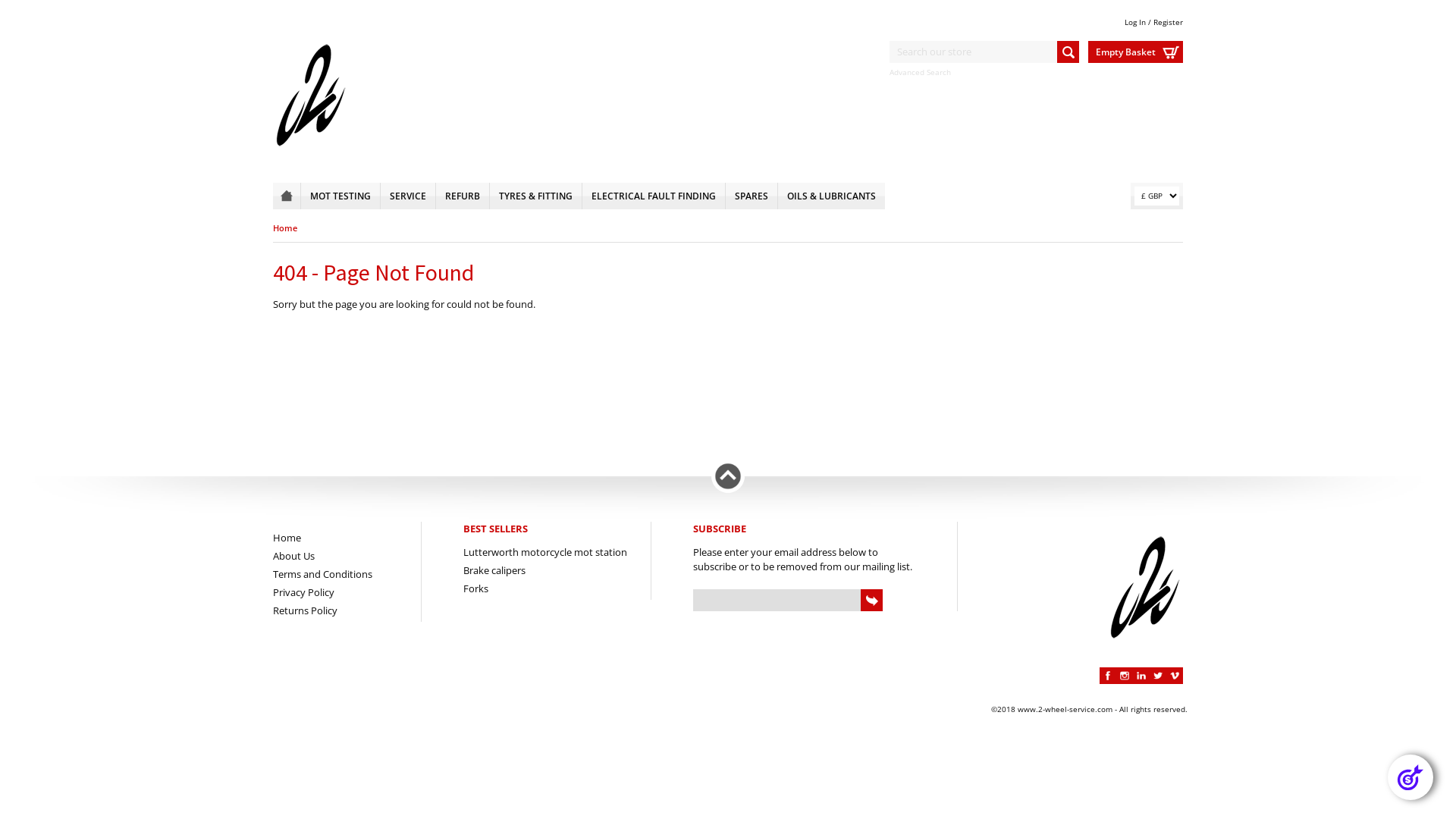 Image resolution: width=1456 pixels, height=819 pixels. I want to click on 'About Us', so click(293, 555).